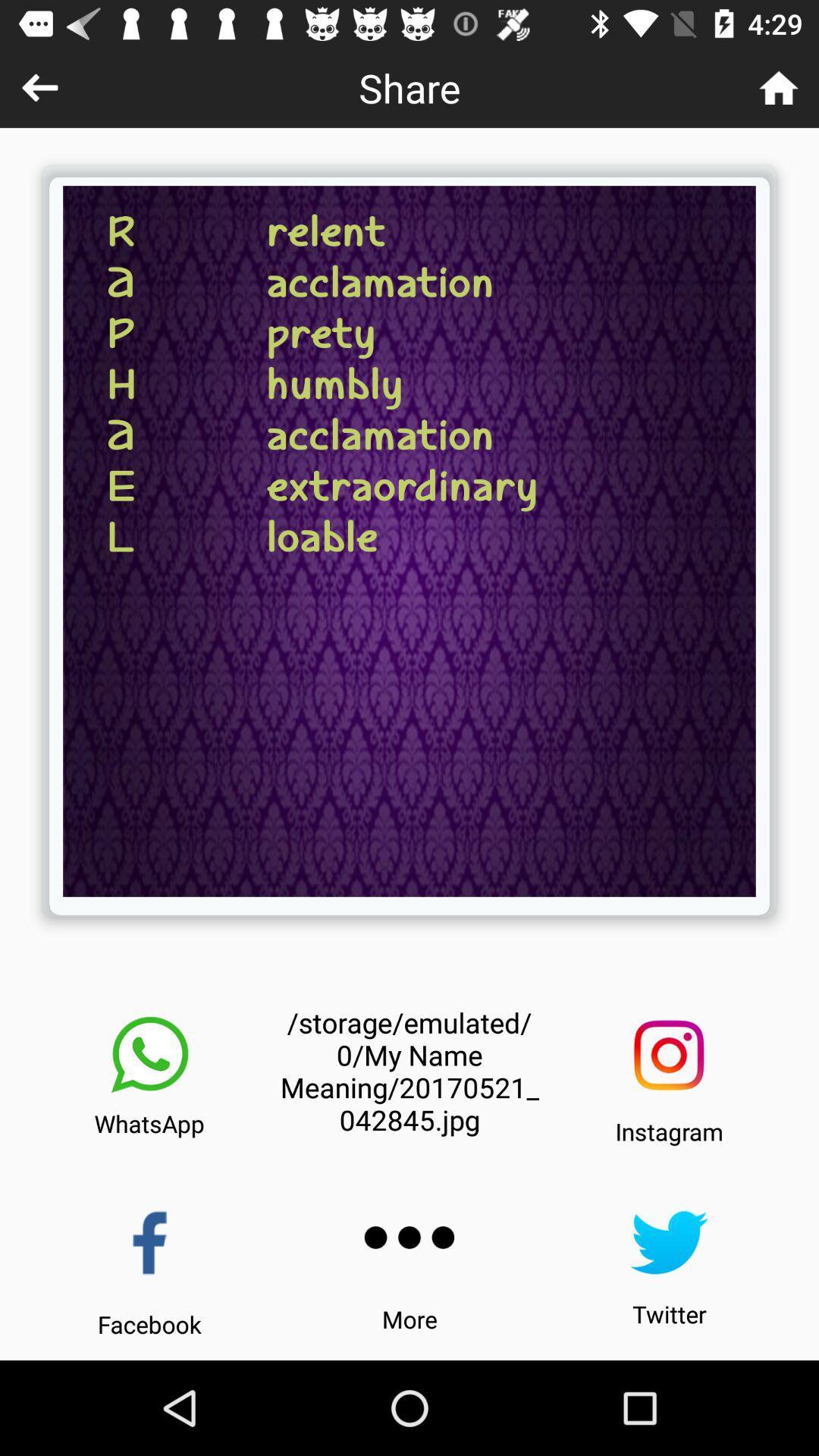 Image resolution: width=819 pixels, height=1456 pixels. What do you see at coordinates (668, 1054) in the screenshot?
I see `share to instagram` at bounding box center [668, 1054].